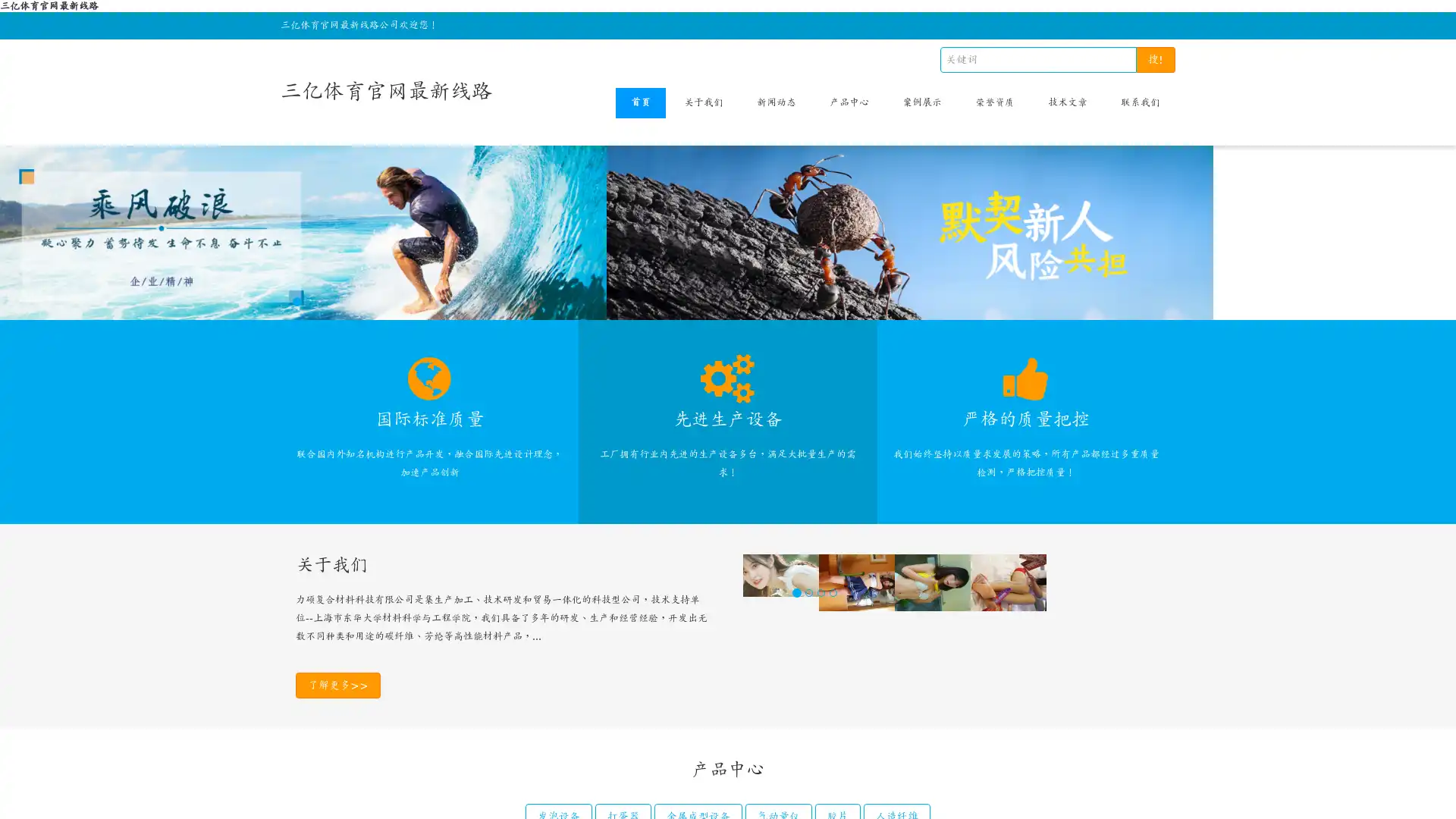 Image resolution: width=1456 pixels, height=819 pixels. I want to click on !, so click(1155, 58).